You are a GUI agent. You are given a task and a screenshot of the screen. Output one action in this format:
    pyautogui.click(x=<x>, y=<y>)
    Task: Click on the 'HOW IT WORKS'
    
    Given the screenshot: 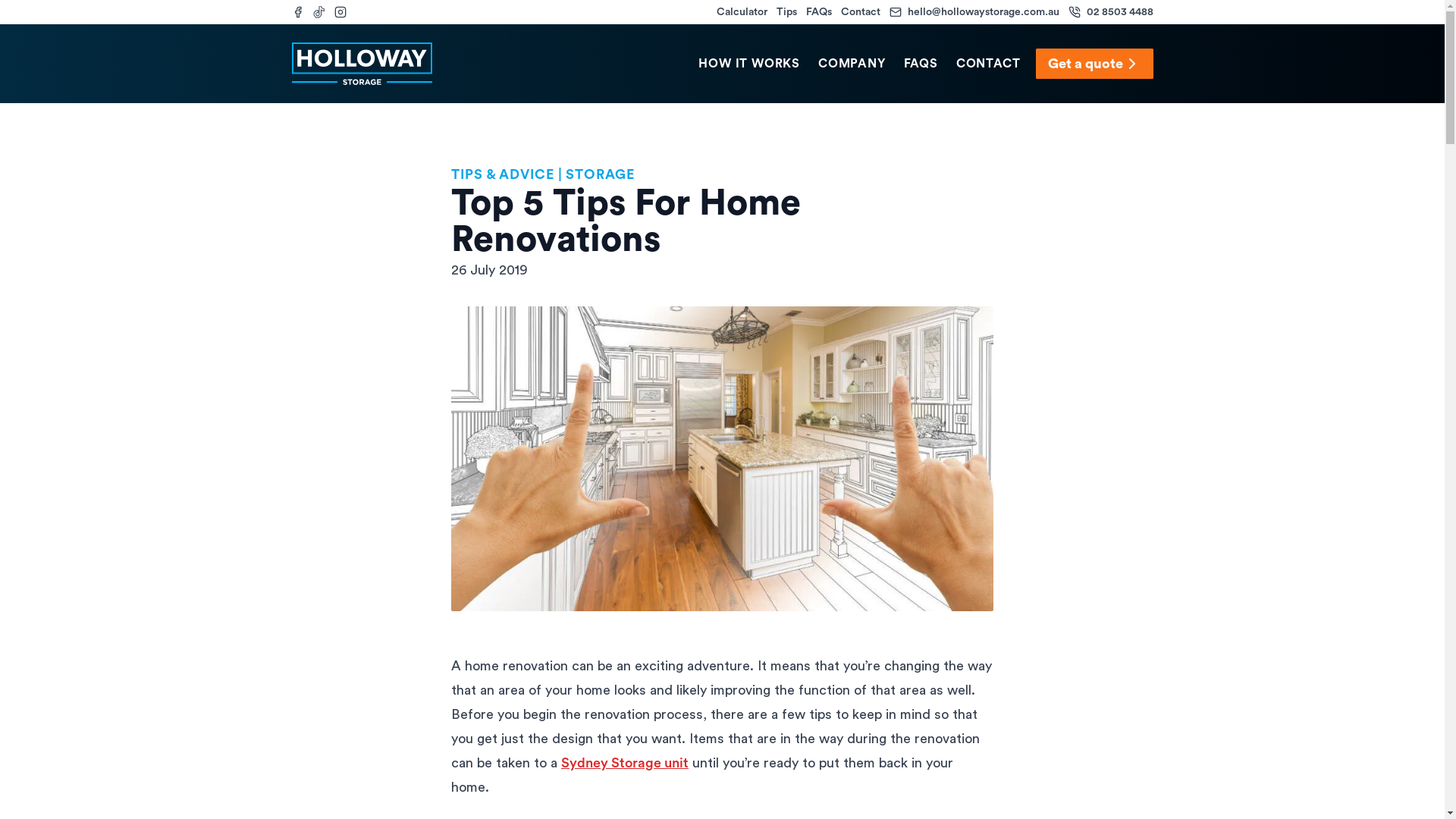 What is the action you would take?
    pyautogui.click(x=749, y=63)
    